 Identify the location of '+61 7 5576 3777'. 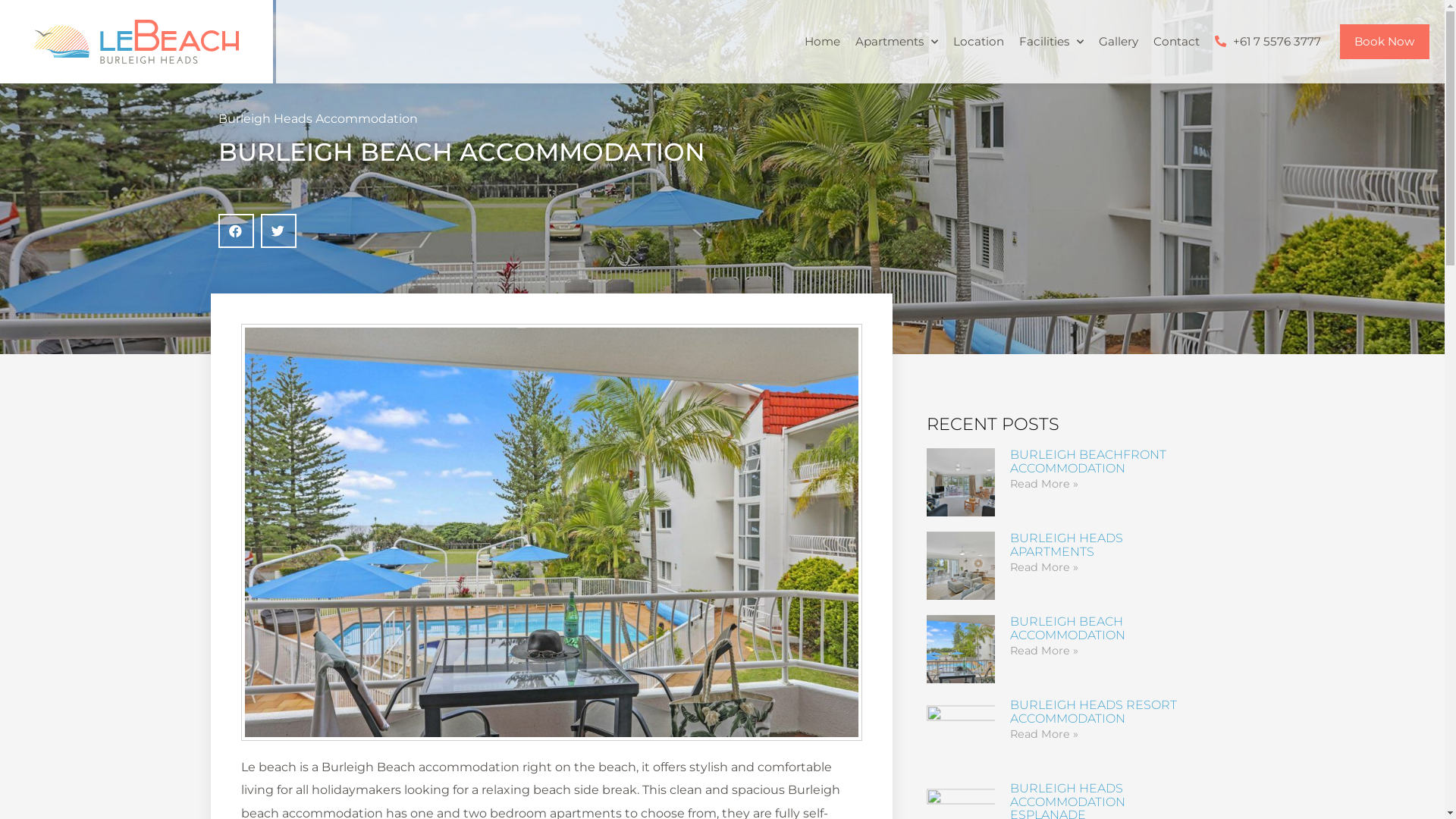
(1267, 40).